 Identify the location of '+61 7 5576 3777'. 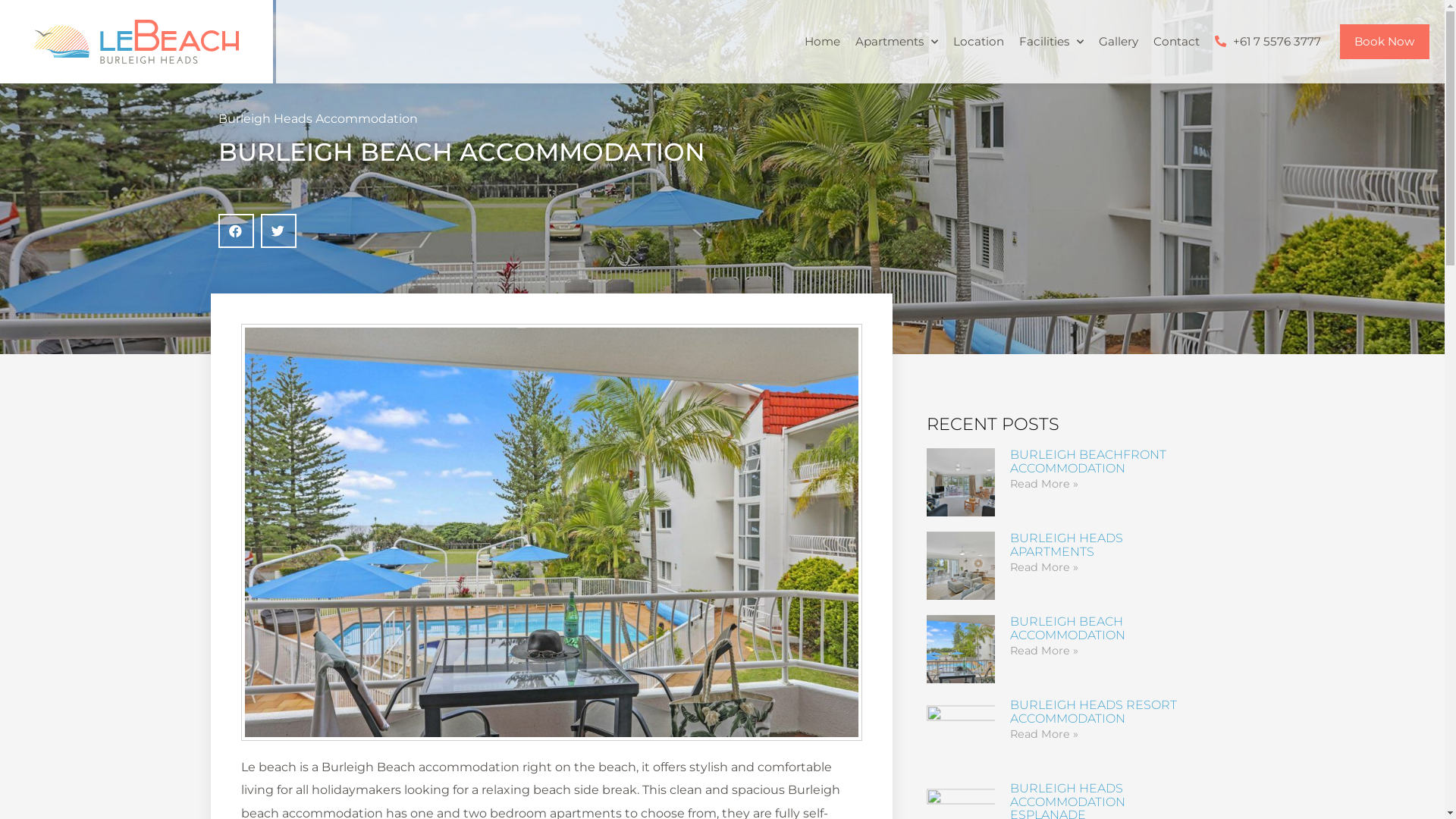
(1267, 40).